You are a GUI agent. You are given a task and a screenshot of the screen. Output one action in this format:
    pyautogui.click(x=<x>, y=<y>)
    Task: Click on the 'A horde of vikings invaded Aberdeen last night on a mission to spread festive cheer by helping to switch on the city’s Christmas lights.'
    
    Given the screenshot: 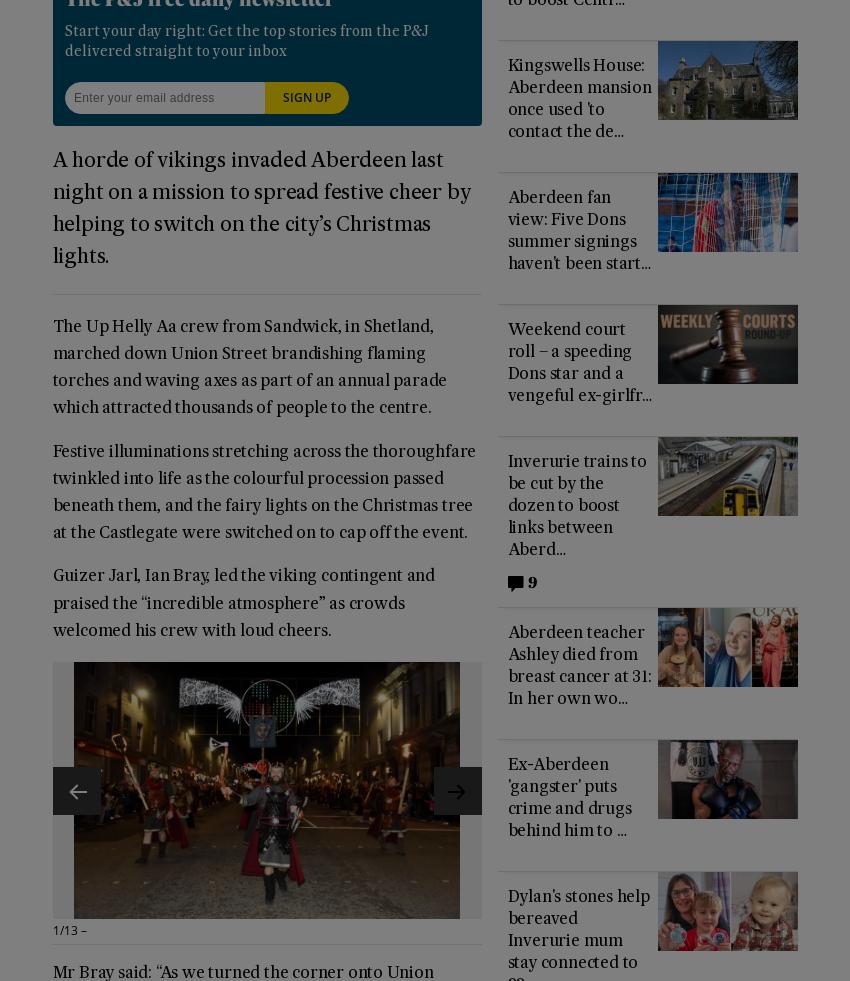 What is the action you would take?
    pyautogui.click(x=260, y=207)
    